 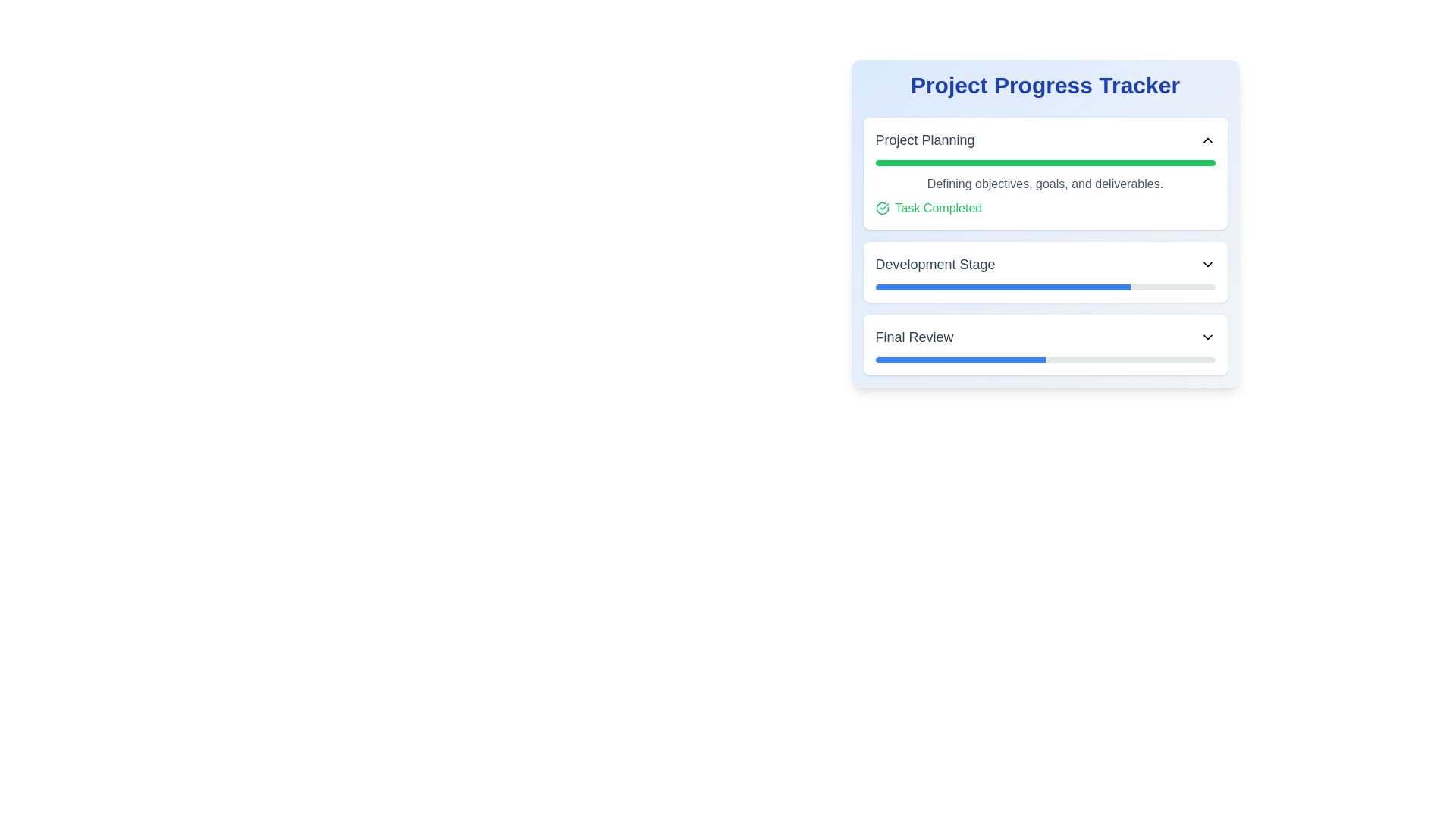 What do you see at coordinates (1003, 287) in the screenshot?
I see `the Progress bar indicating 75% completion of the Development Stage in the Project Progress Tracker panel` at bounding box center [1003, 287].